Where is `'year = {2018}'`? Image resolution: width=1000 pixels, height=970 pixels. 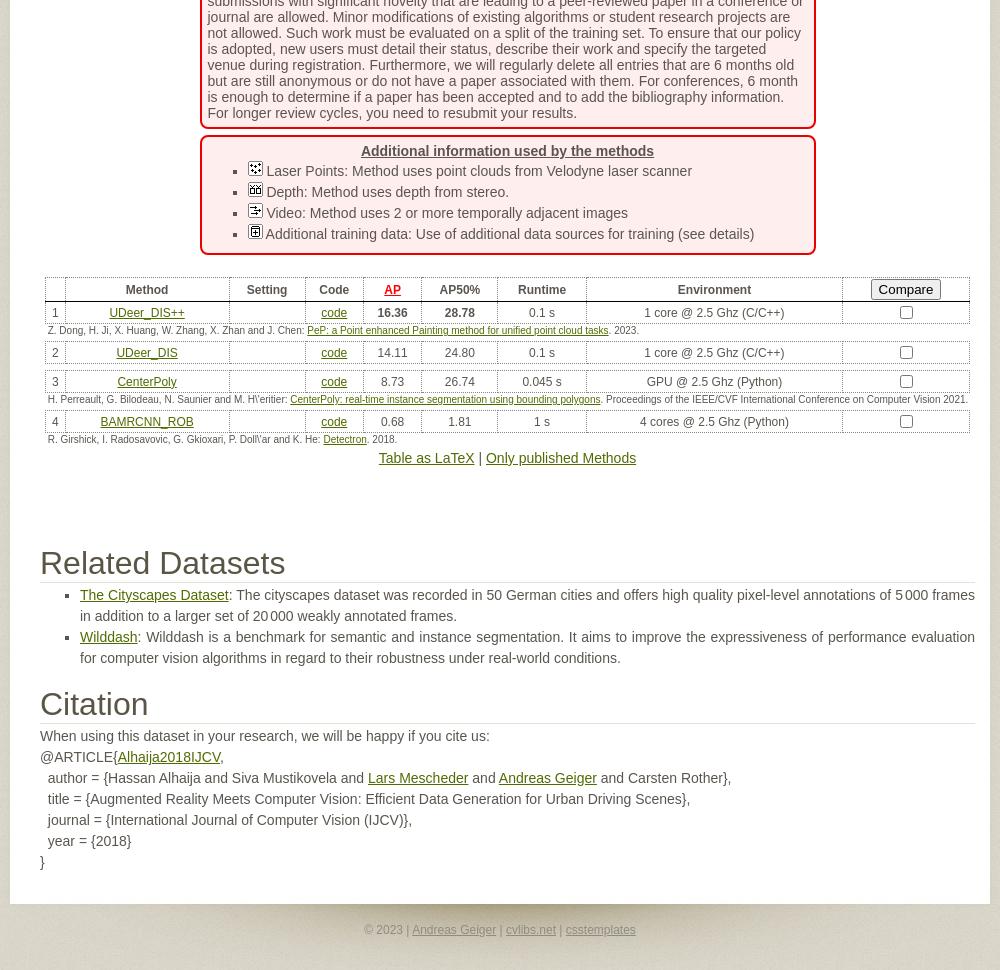
'year = {2018}' is located at coordinates (84, 839).